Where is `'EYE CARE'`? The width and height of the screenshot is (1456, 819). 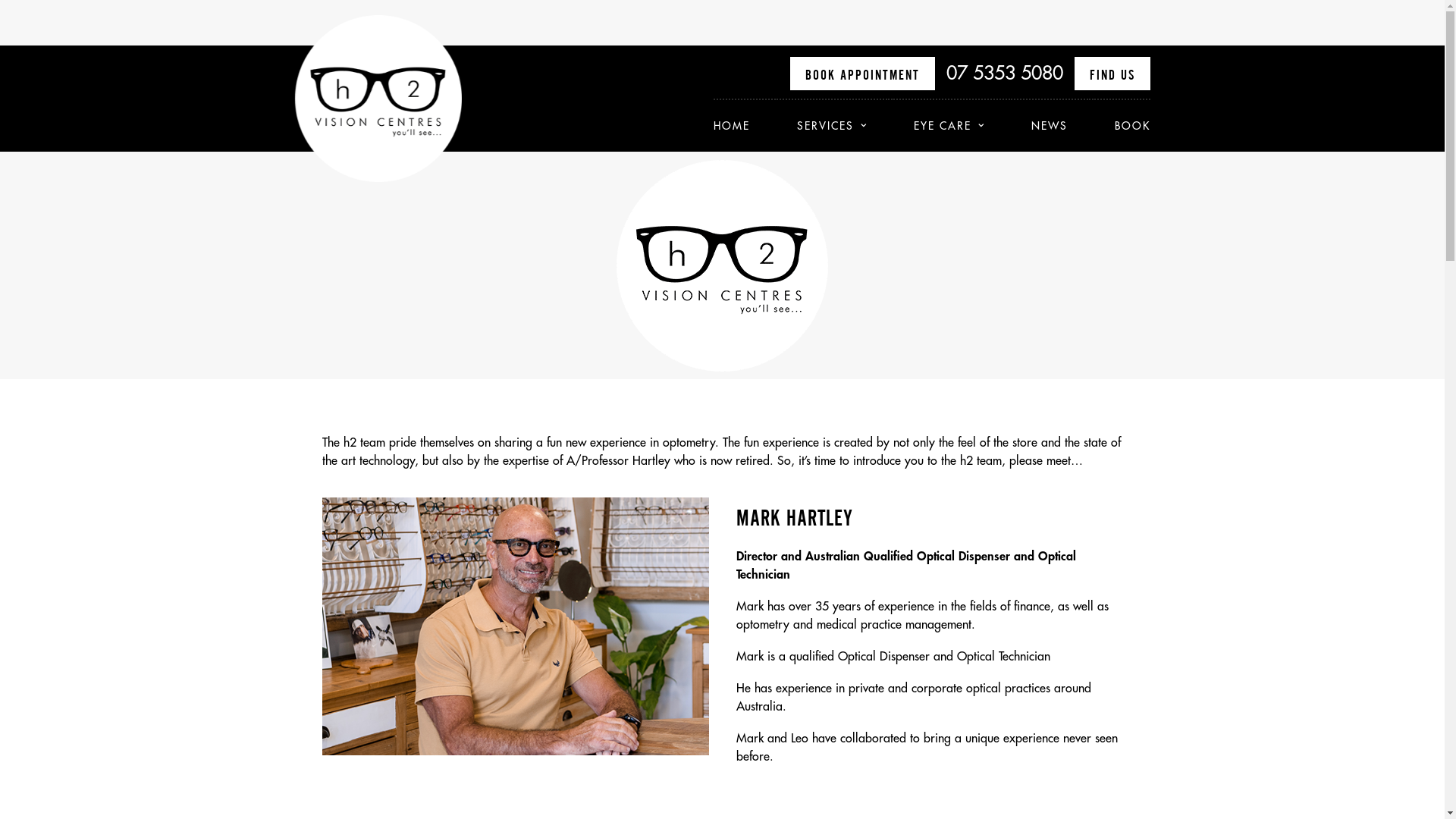
'EYE CARE' is located at coordinates (891, 124).